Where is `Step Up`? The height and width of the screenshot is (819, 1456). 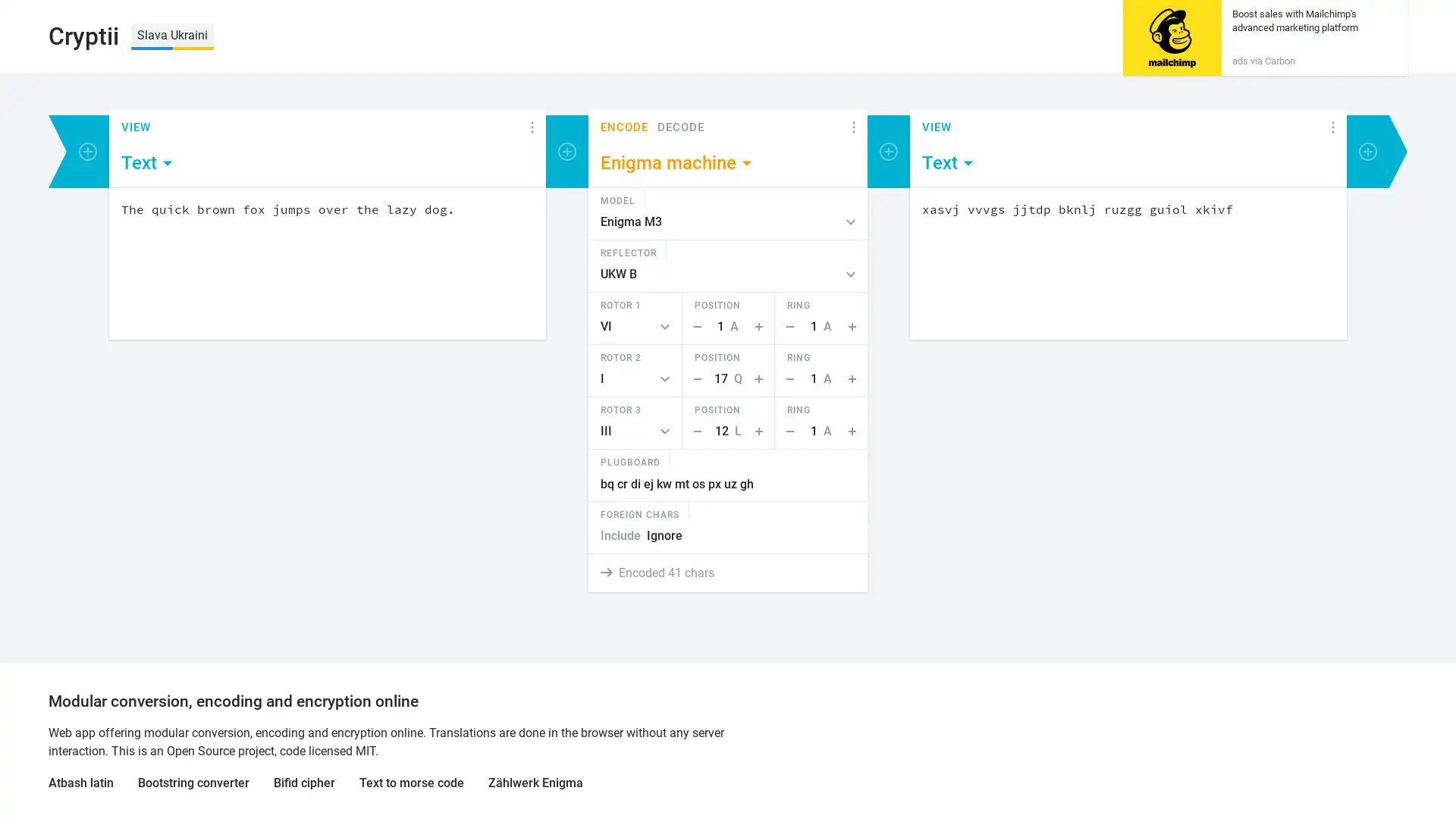
Step Up is located at coordinates (855, 326).